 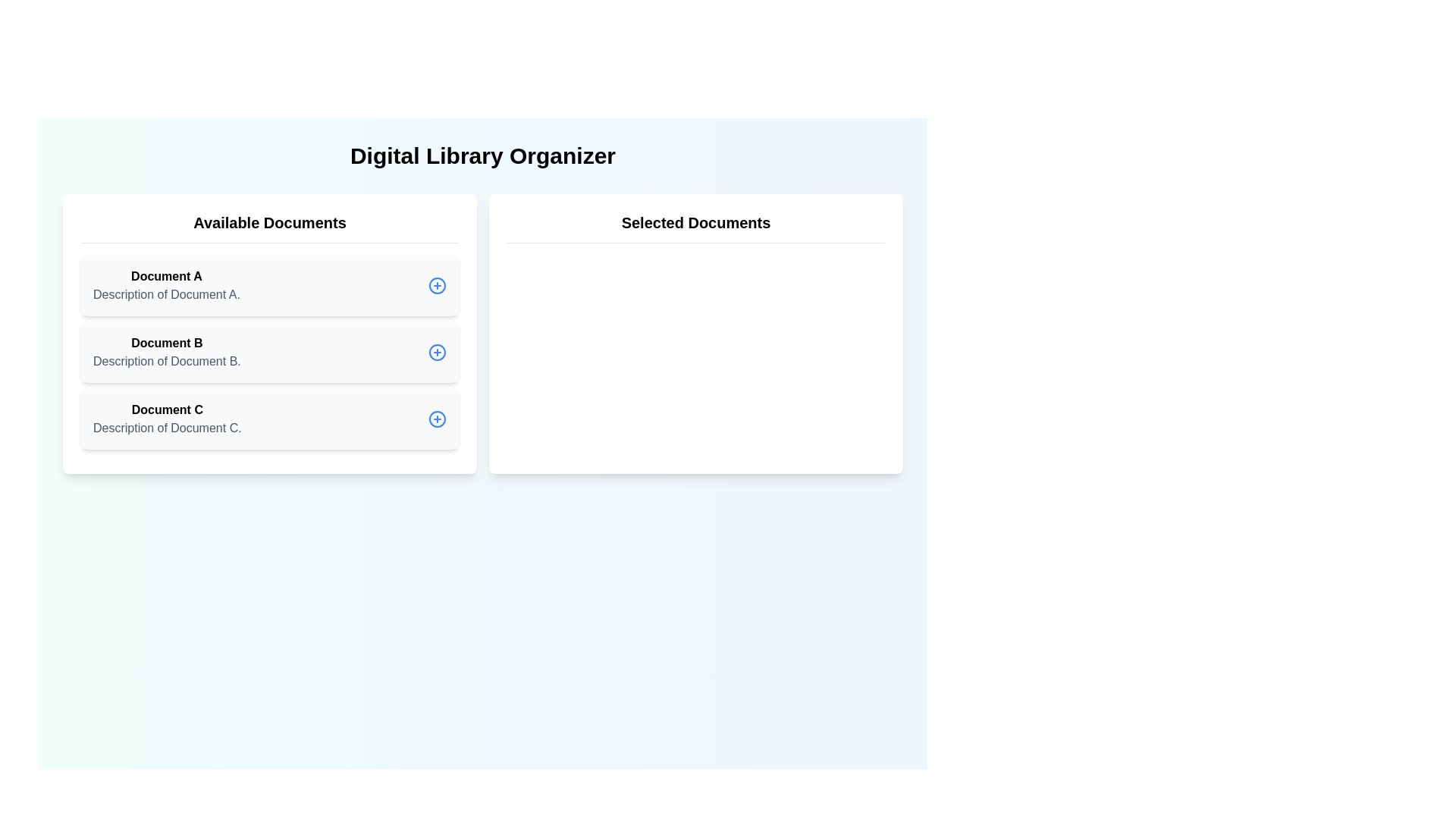 What do you see at coordinates (436, 419) in the screenshot?
I see `the details of the 'circle-plus' icon located in the lower right of the 'Document C' item in the 'Available Documents' list` at bounding box center [436, 419].